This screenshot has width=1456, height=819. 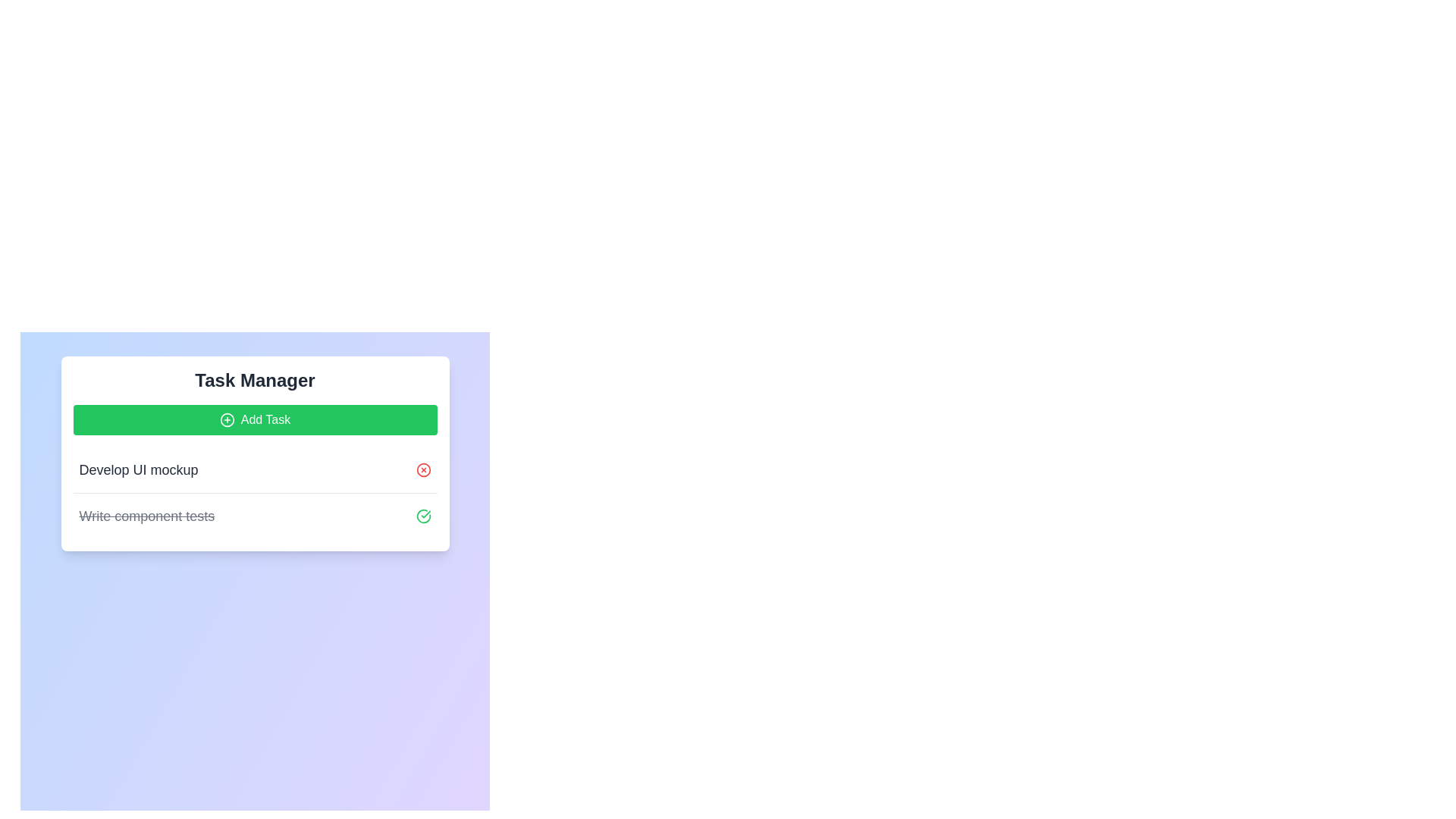 I want to click on the checkbox-like circular icon with a green border and a checkmark in the center, located to the right of the text 'Write component tests', to mark the task as complete, so click(x=423, y=516).